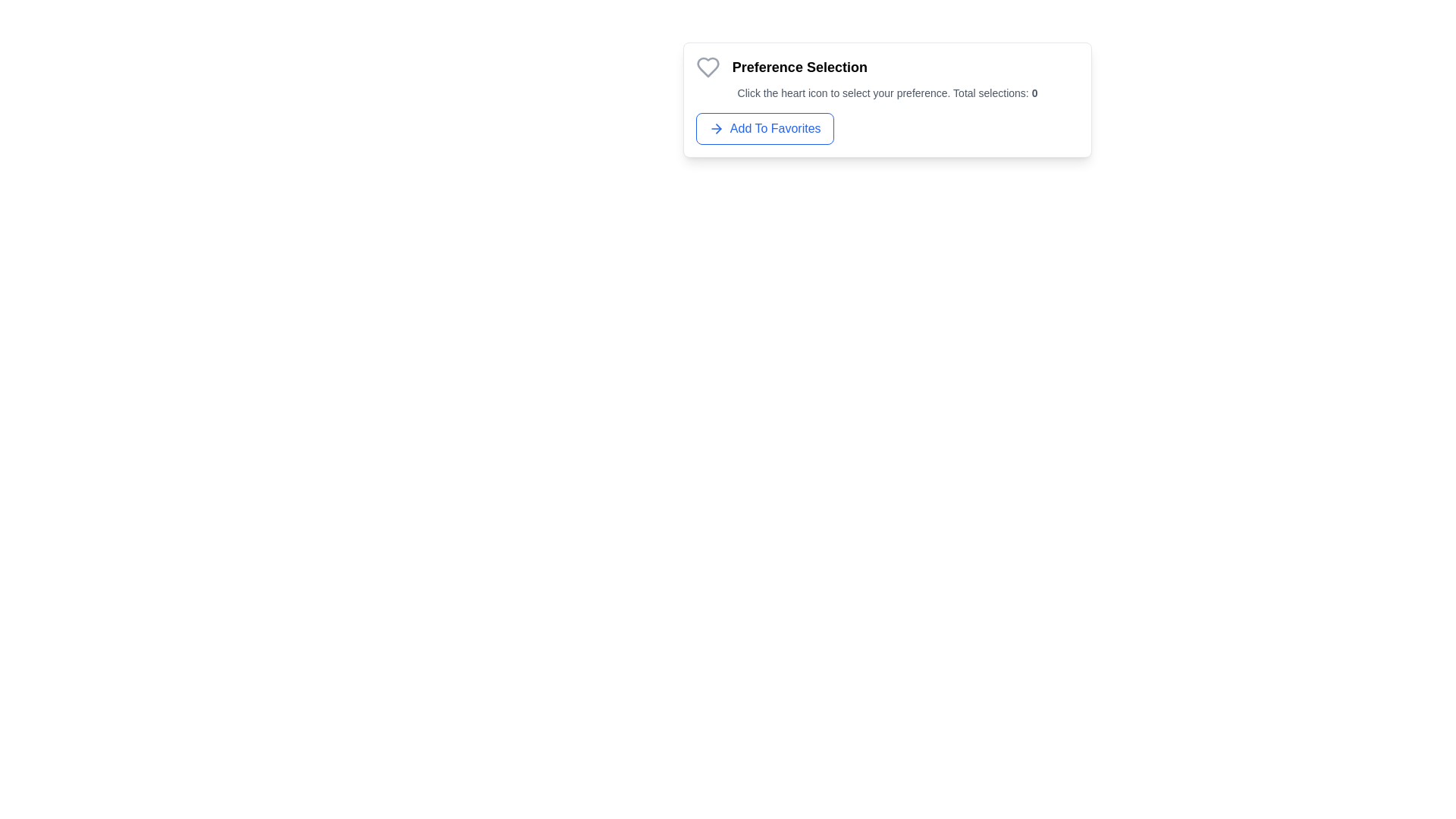 This screenshot has width=1456, height=819. I want to click on the 'Add To Favorites' button which contains the arrow icon styled with class 'lucide lucide-arrow-right mr-2 h-5 w-5', so click(715, 127).